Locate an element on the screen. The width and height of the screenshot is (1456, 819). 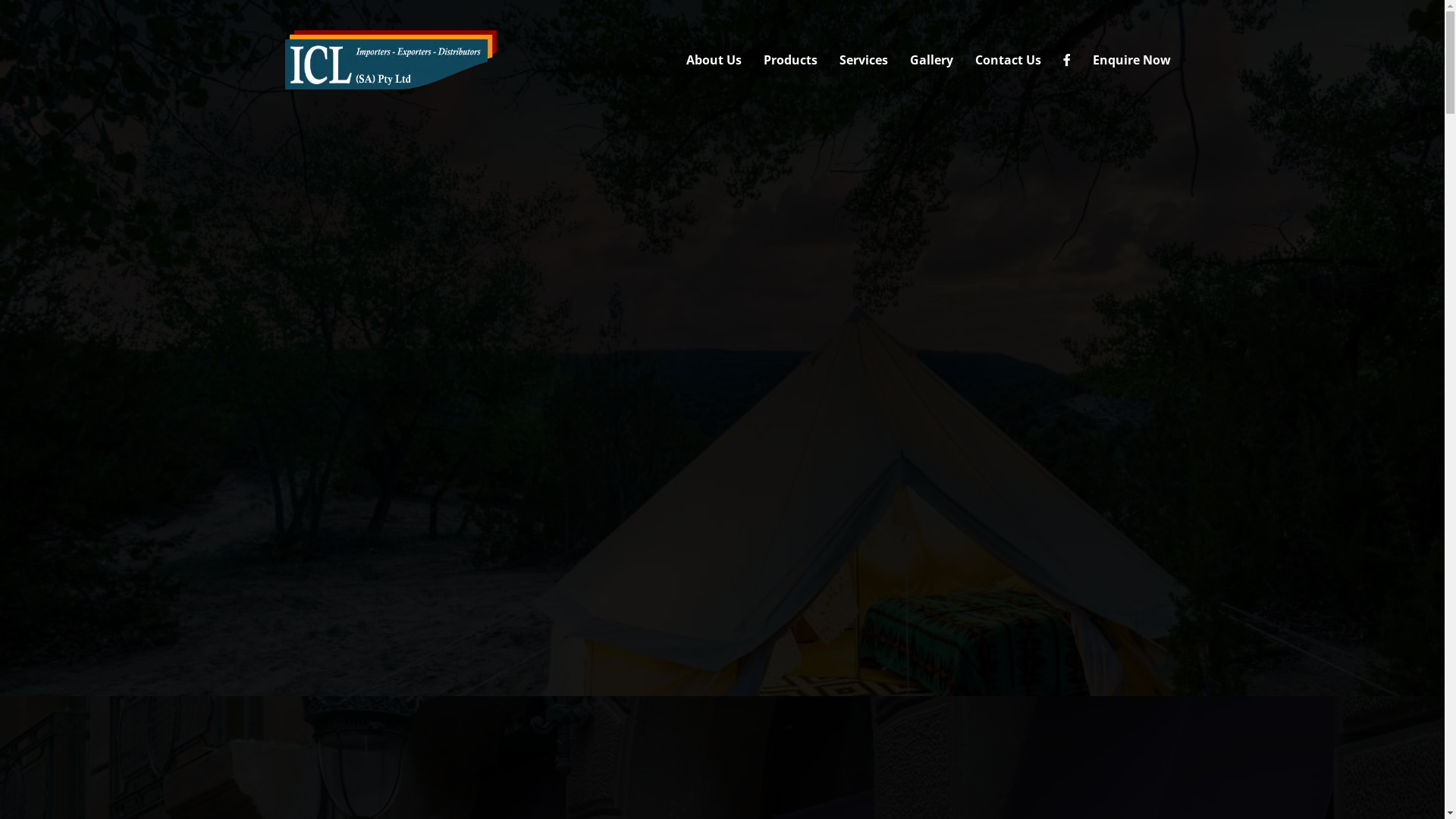
'Contact Us' is located at coordinates (1008, 58).